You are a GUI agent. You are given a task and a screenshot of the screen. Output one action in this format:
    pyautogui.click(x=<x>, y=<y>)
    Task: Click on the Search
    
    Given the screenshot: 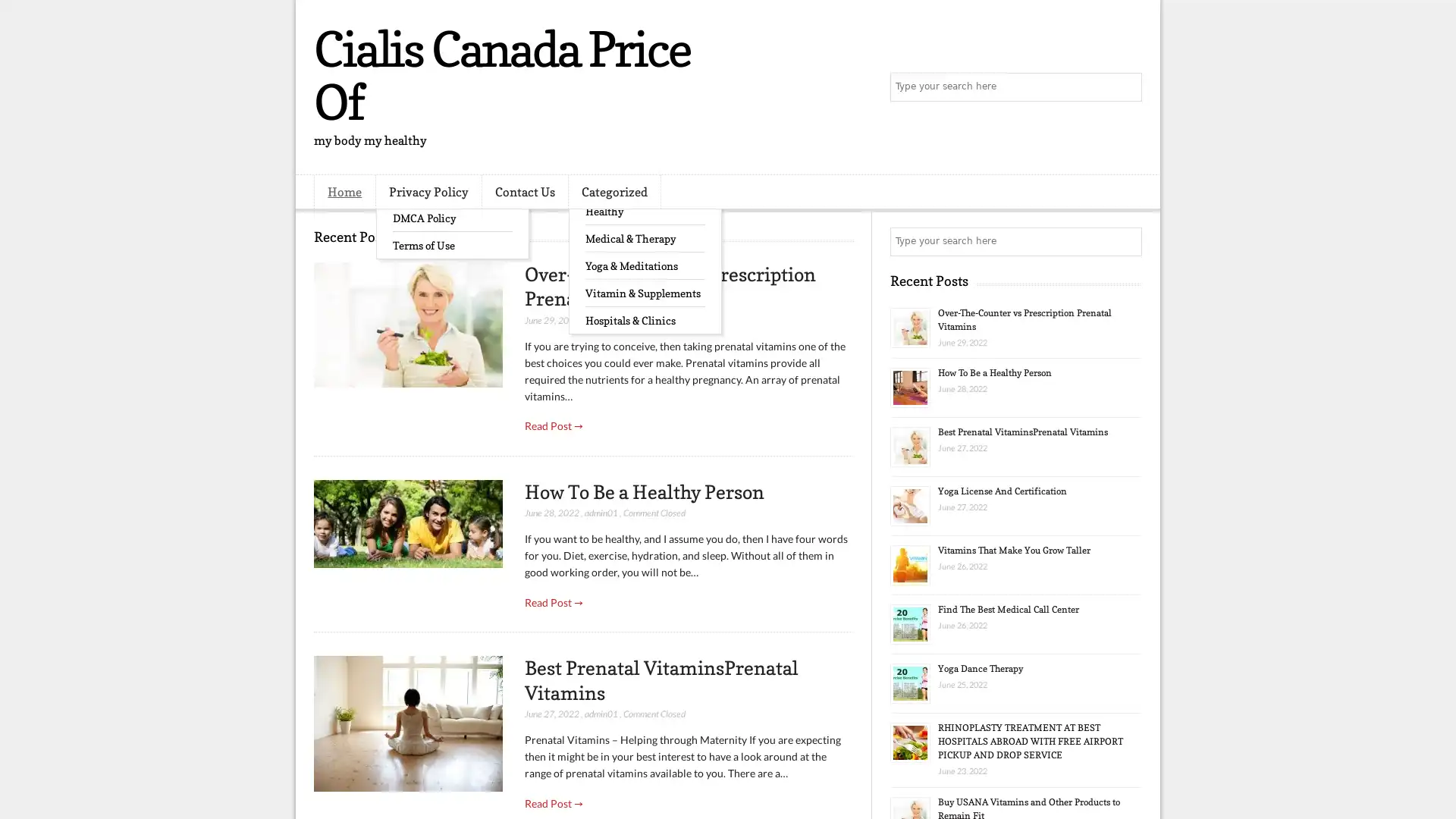 What is the action you would take?
    pyautogui.click(x=1126, y=241)
    